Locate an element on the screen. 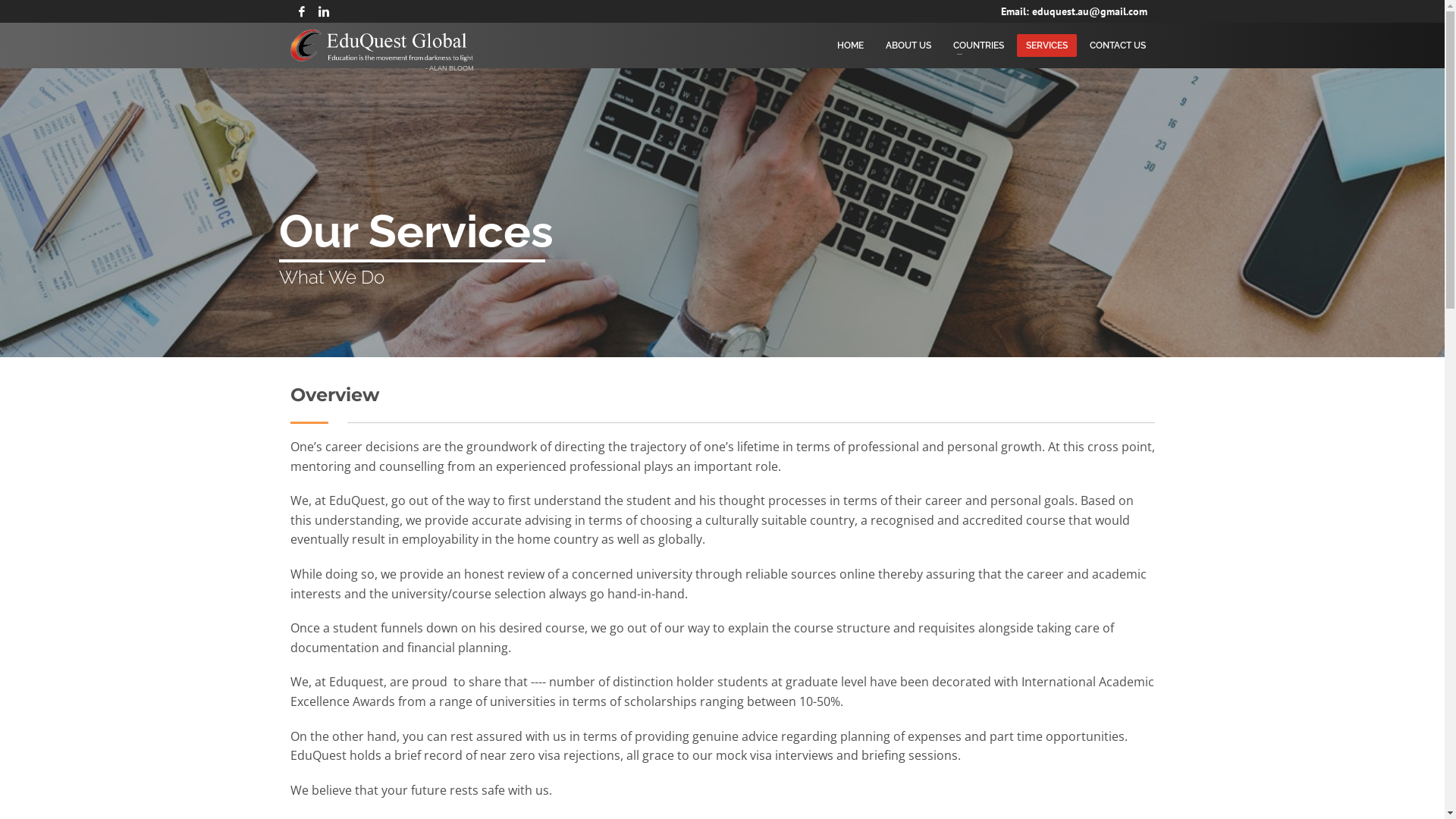 This screenshot has width=1456, height=819. 'HOME' is located at coordinates (827, 45).